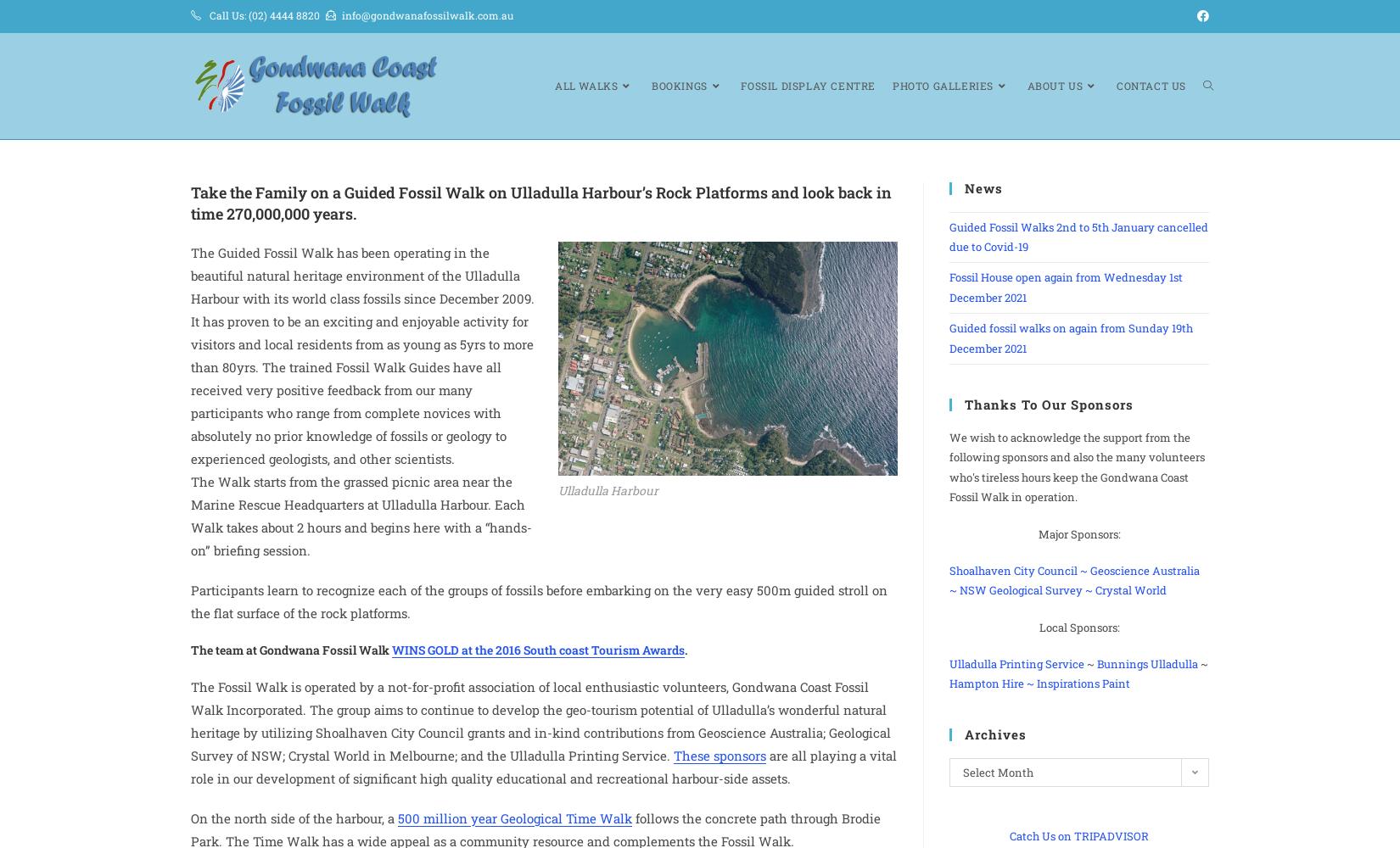 This screenshot has width=1400, height=848. What do you see at coordinates (1076, 466) in the screenshot?
I see `'We wish to acknowledge the support from the following sponsors and also the many volunteers who's tireless hours keep the Gondwana Coast Fossil Walk in operation.'` at bounding box center [1076, 466].